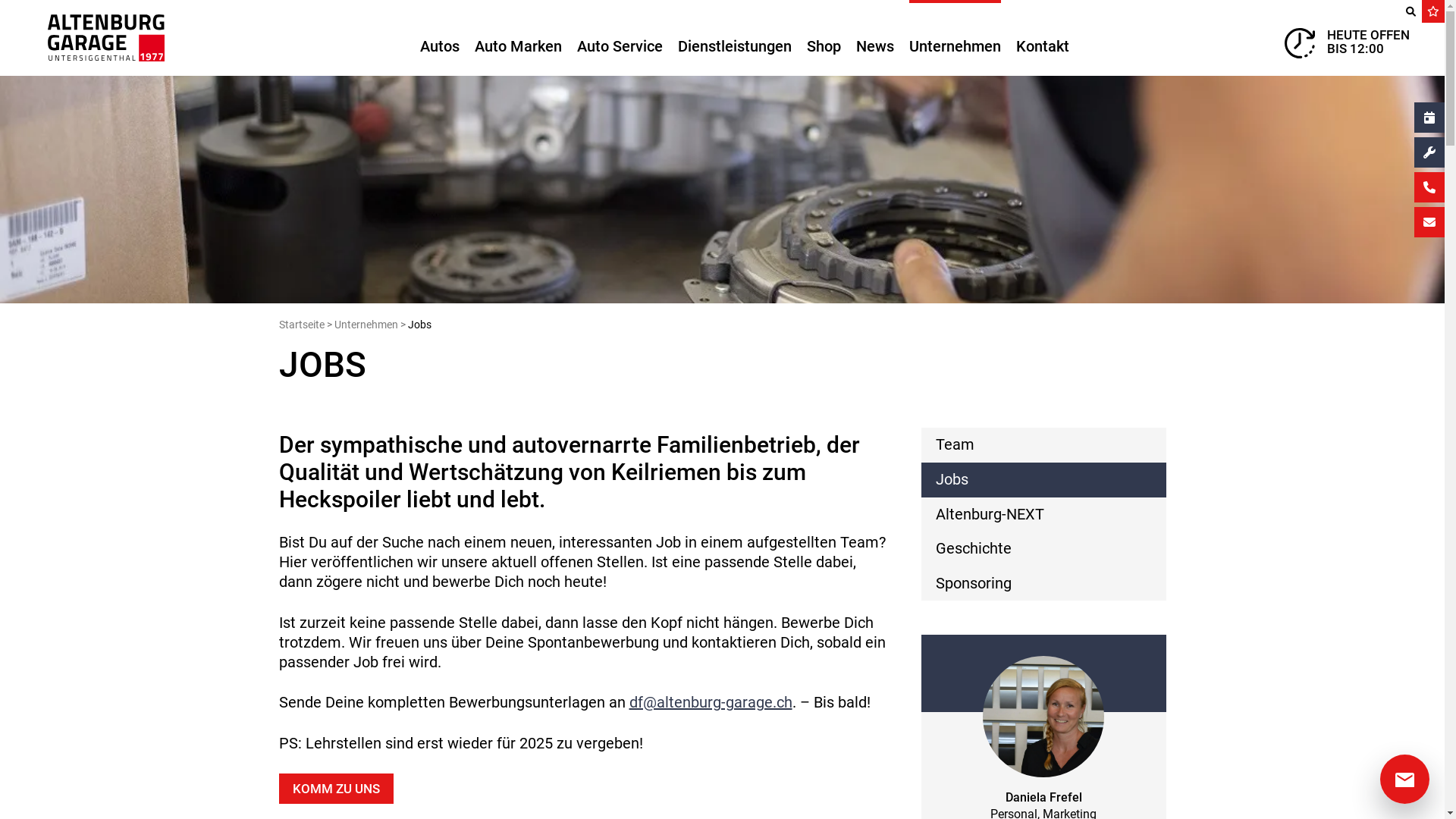  I want to click on 'Autos', so click(439, 37).